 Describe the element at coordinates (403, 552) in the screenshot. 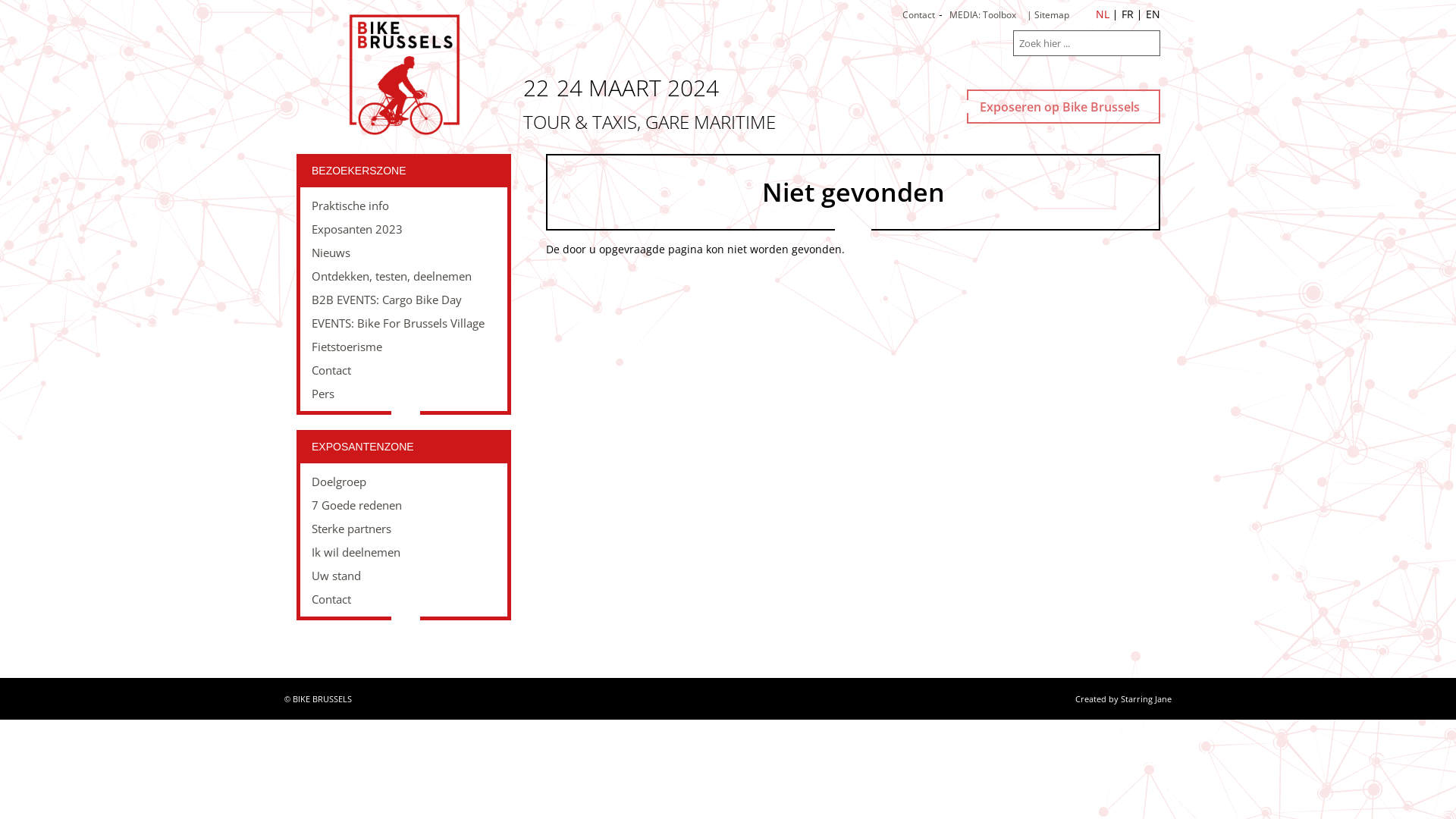

I see `'Ik wil deelnemen'` at that location.